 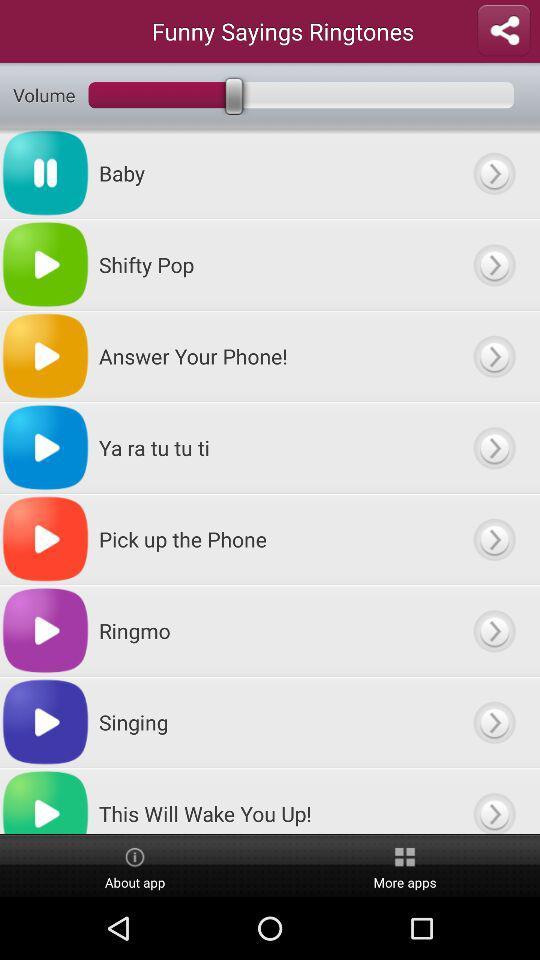 What do you see at coordinates (493, 629) in the screenshot?
I see `ringtone` at bounding box center [493, 629].